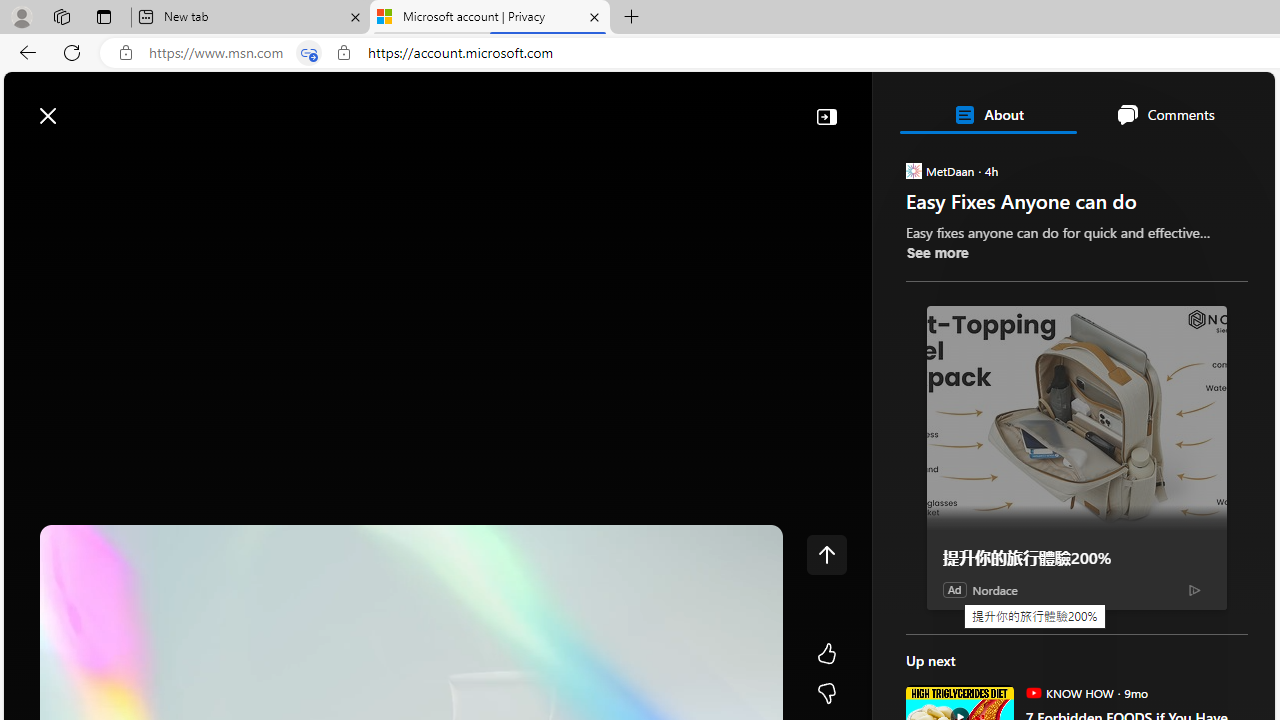 The height and width of the screenshot is (720, 1280). Describe the element at coordinates (308, 52) in the screenshot. I see `'Tabs in split screen'` at that location.